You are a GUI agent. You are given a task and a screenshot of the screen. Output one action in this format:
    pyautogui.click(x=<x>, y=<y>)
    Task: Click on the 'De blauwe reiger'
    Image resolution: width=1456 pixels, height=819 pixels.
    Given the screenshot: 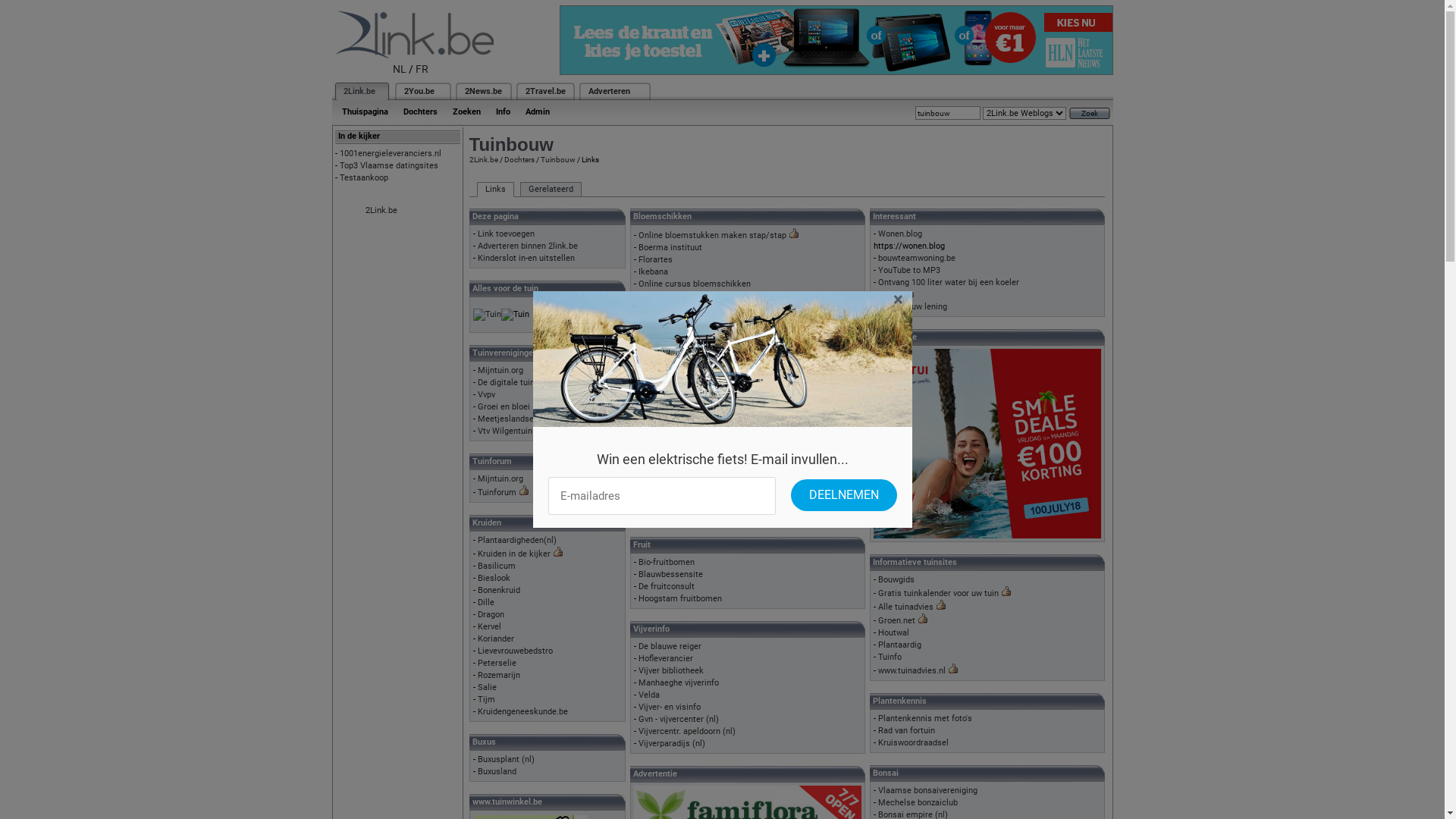 What is the action you would take?
    pyautogui.click(x=669, y=646)
    